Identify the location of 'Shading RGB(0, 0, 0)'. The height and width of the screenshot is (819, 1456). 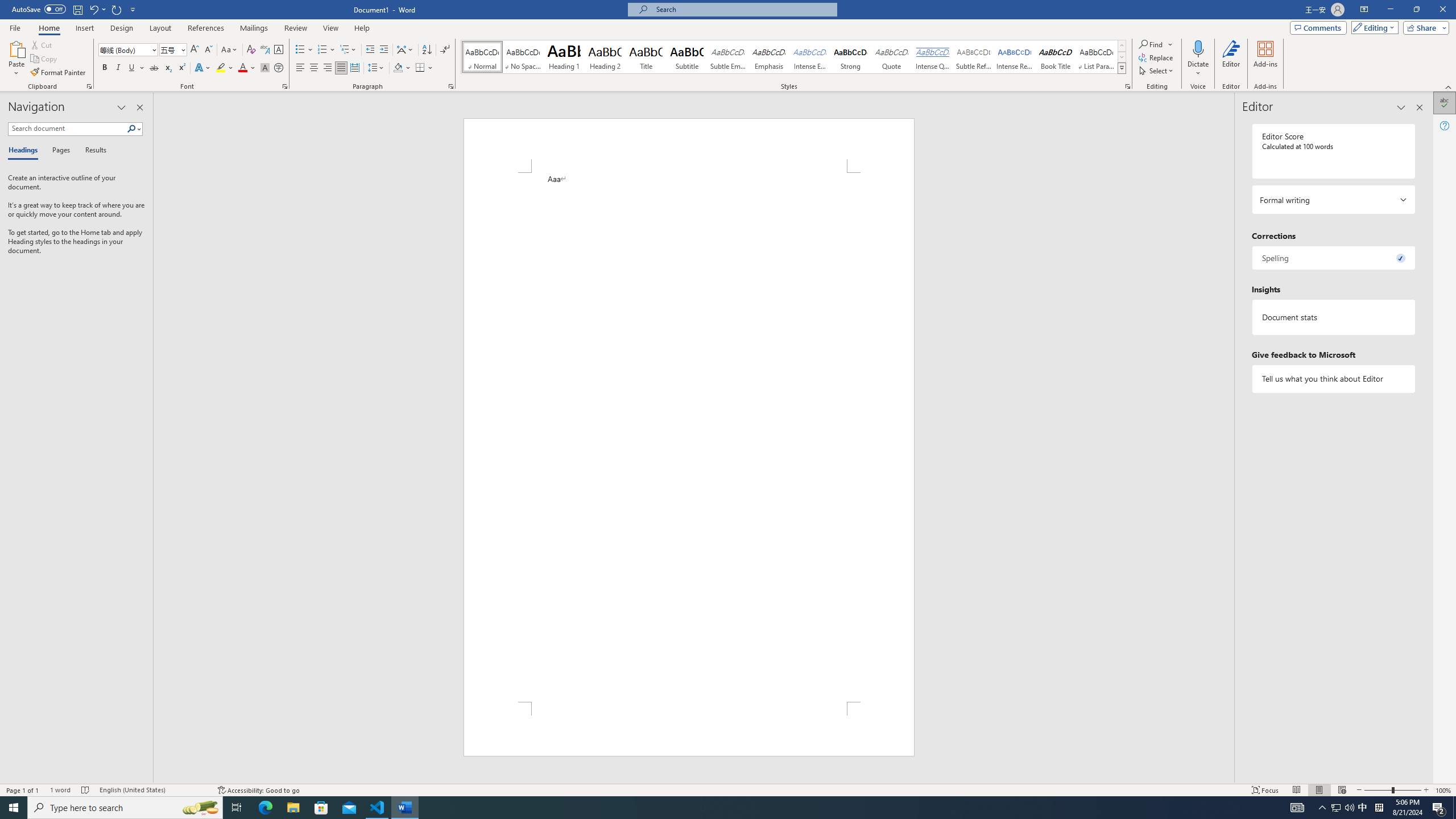
(398, 67).